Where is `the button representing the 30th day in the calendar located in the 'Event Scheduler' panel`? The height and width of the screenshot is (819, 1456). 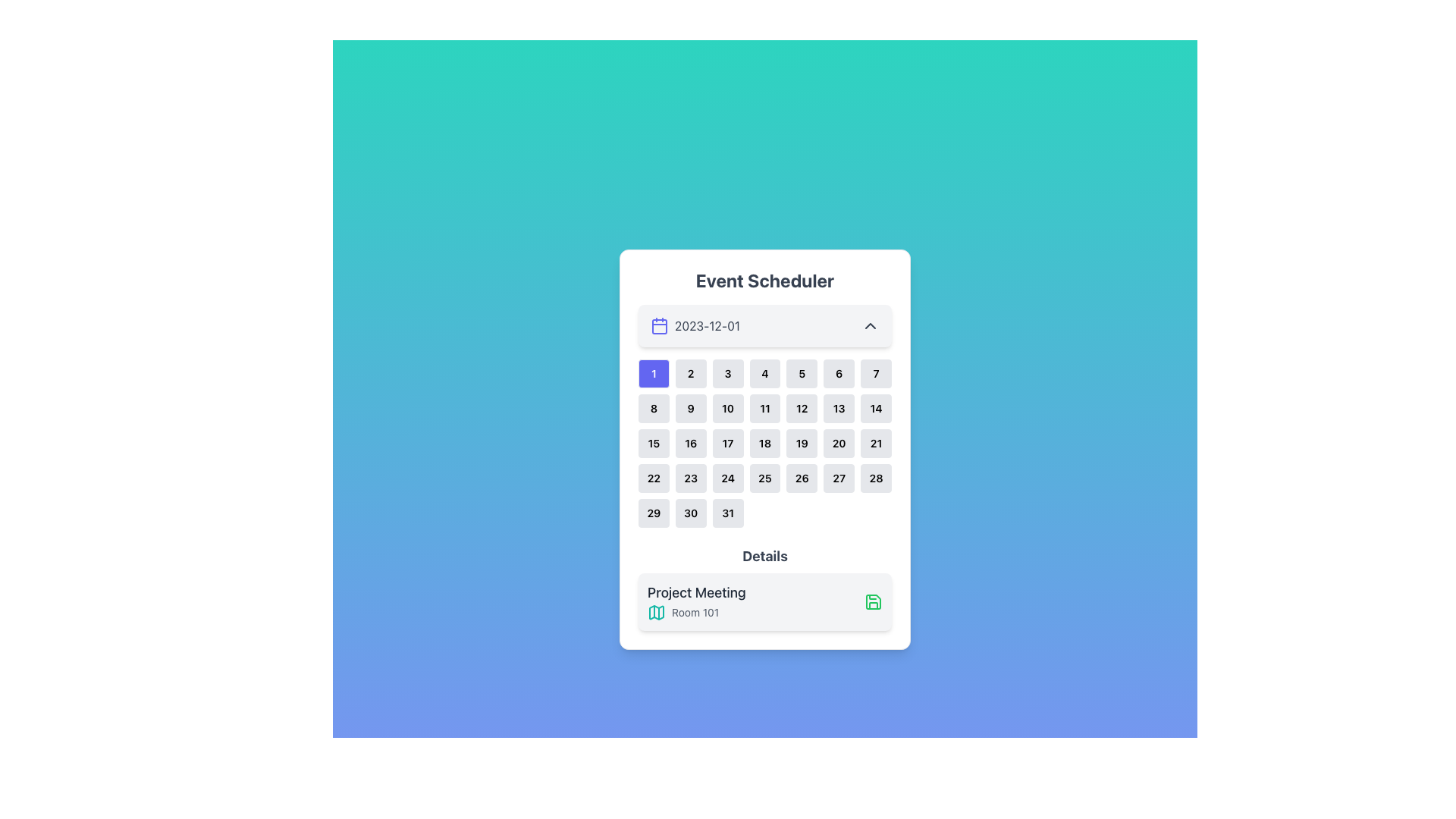 the button representing the 30th day in the calendar located in the 'Event Scheduler' panel is located at coordinates (690, 513).